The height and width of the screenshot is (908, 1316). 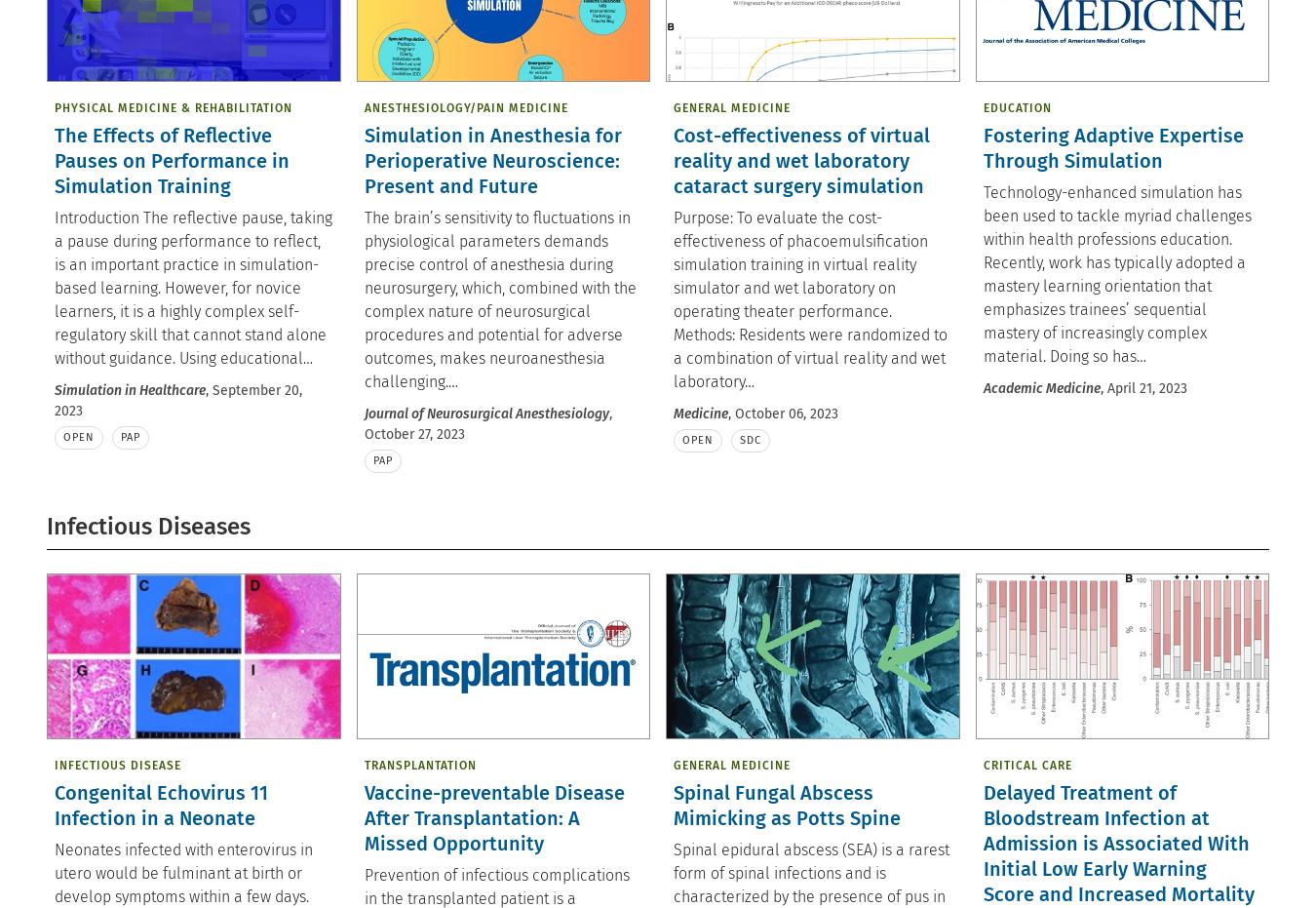 I want to click on 'Privacy Policy', so click(x=191, y=131).